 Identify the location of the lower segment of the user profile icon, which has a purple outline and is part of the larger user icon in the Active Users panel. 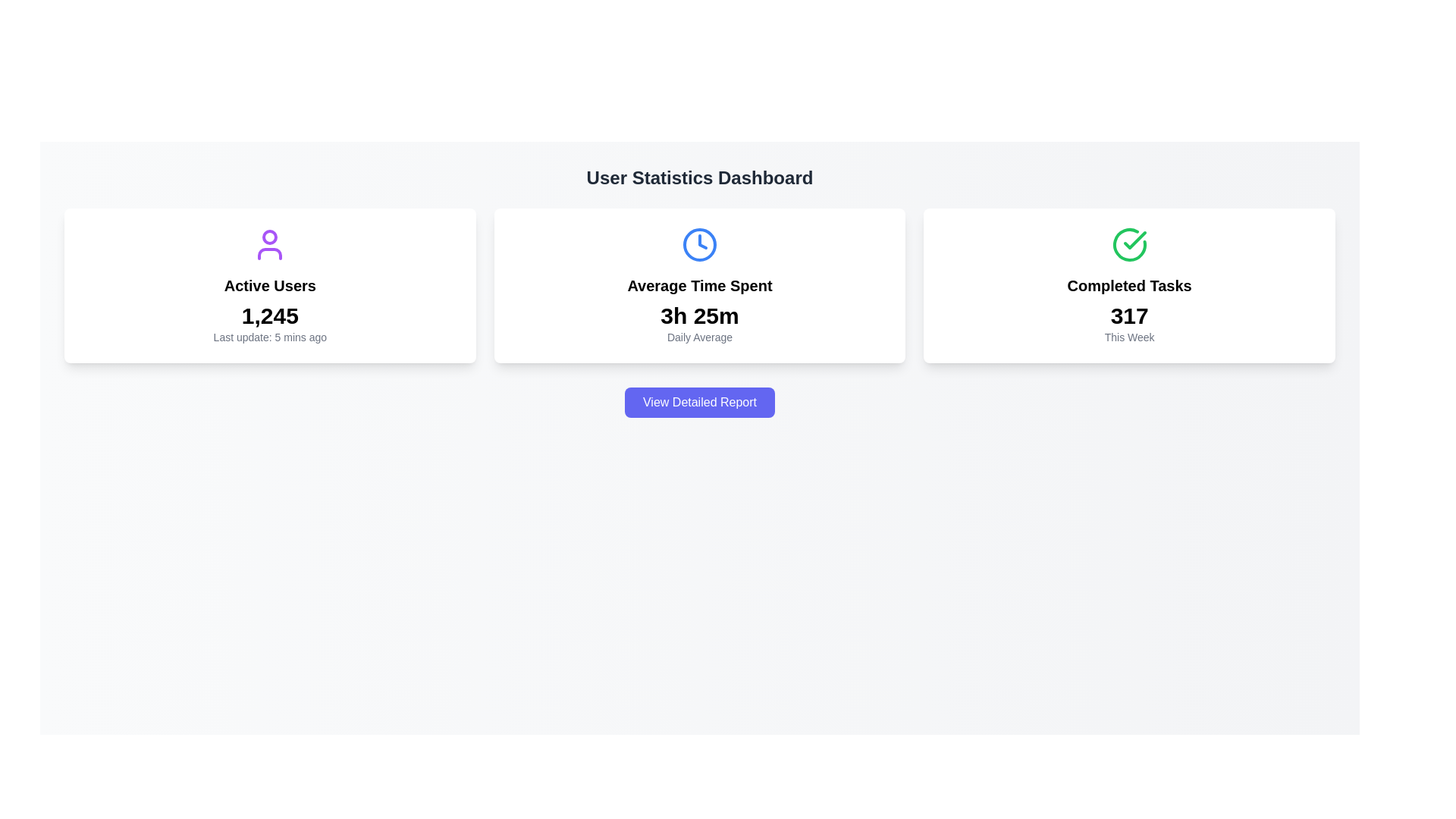
(270, 253).